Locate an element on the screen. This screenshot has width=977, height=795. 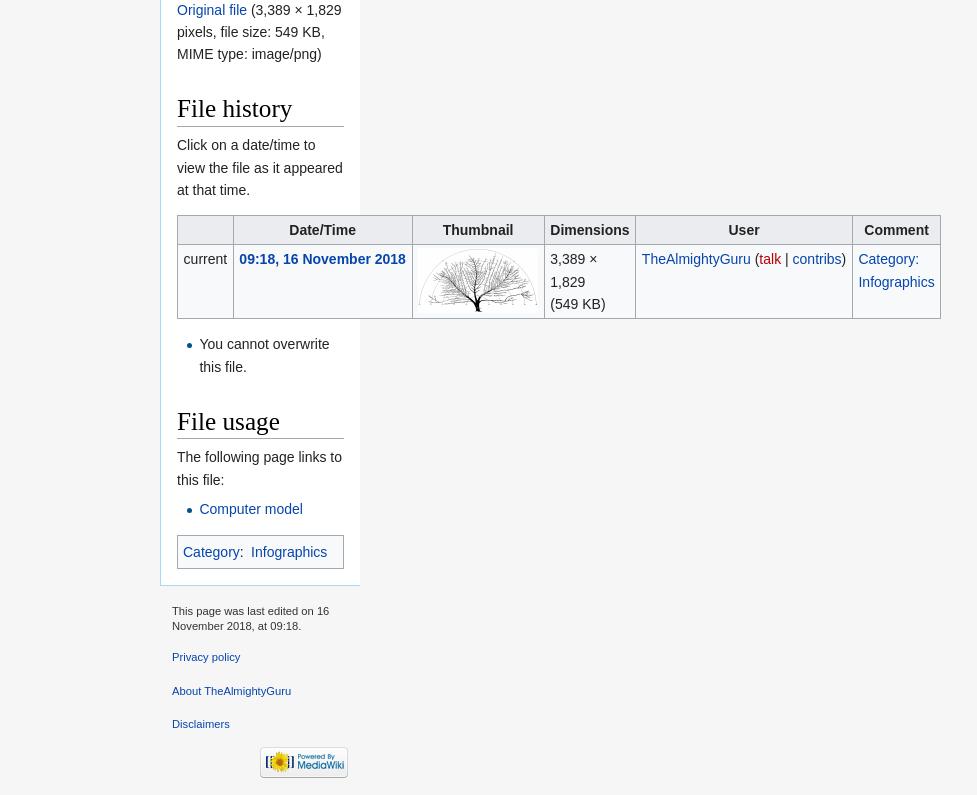
'Comment' is located at coordinates (895, 228).